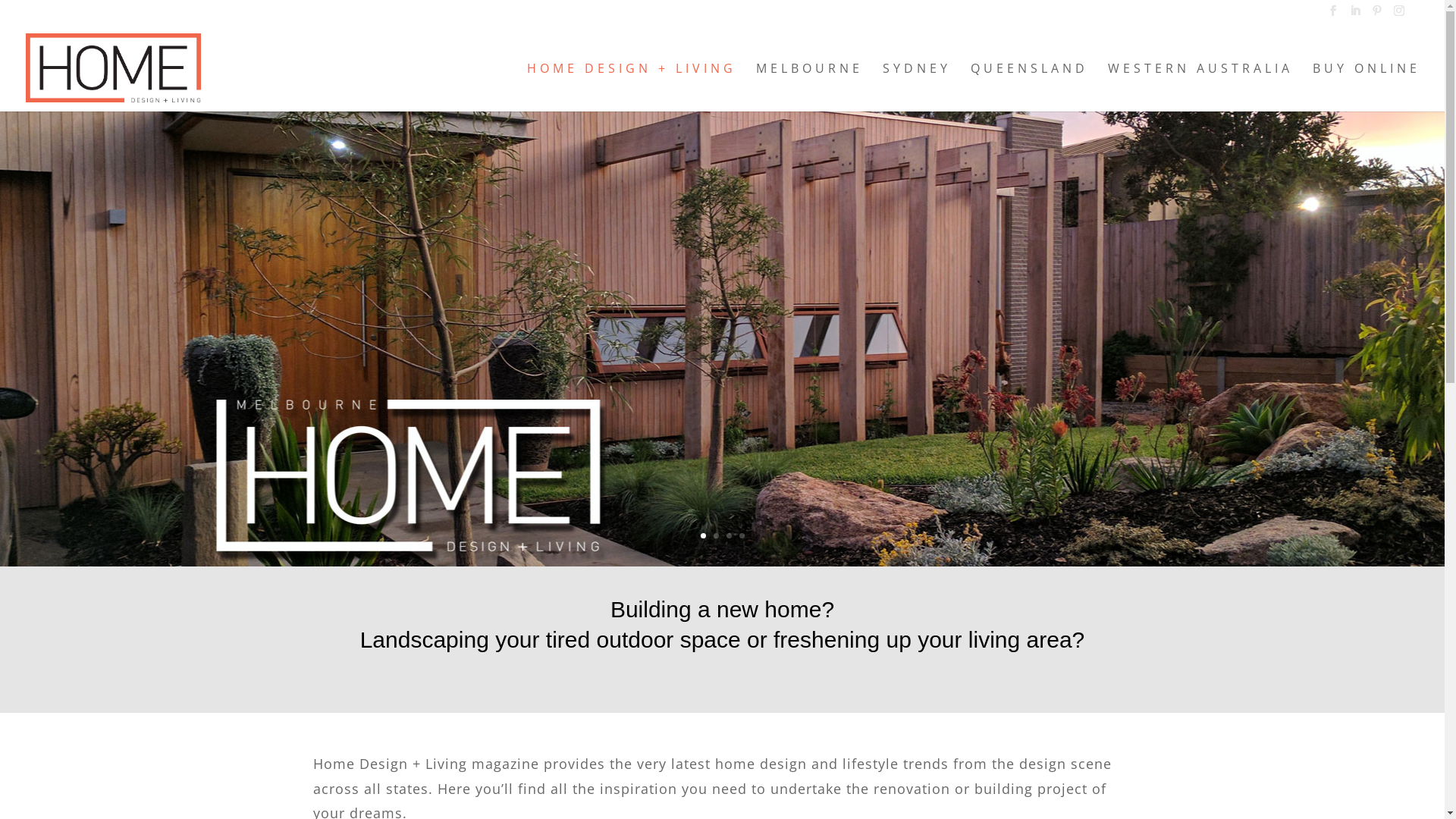 Image resolution: width=1456 pixels, height=819 pixels. Describe the element at coordinates (1366, 86) in the screenshot. I see `'BUY ONLINE'` at that location.